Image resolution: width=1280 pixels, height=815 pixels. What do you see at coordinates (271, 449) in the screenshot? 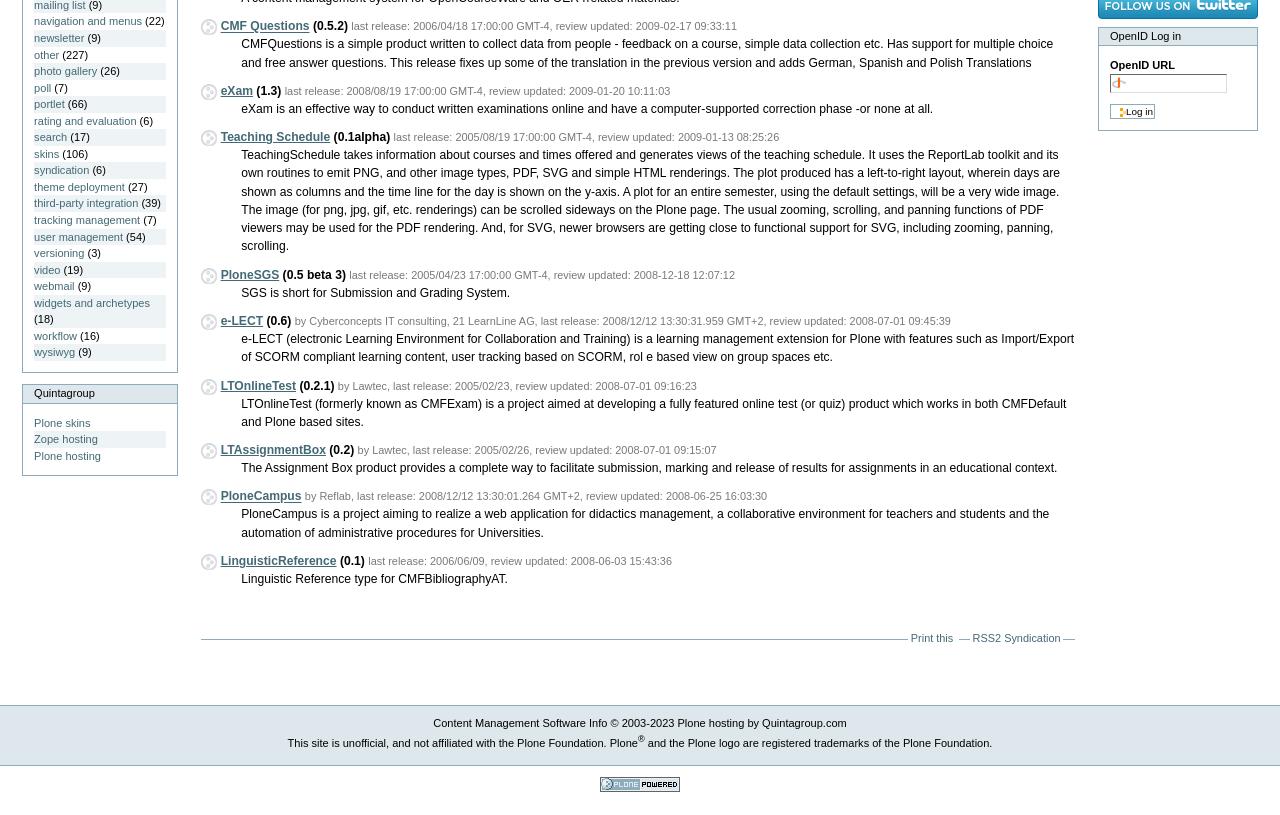
I see `'LTAssignmentBox'` at bounding box center [271, 449].